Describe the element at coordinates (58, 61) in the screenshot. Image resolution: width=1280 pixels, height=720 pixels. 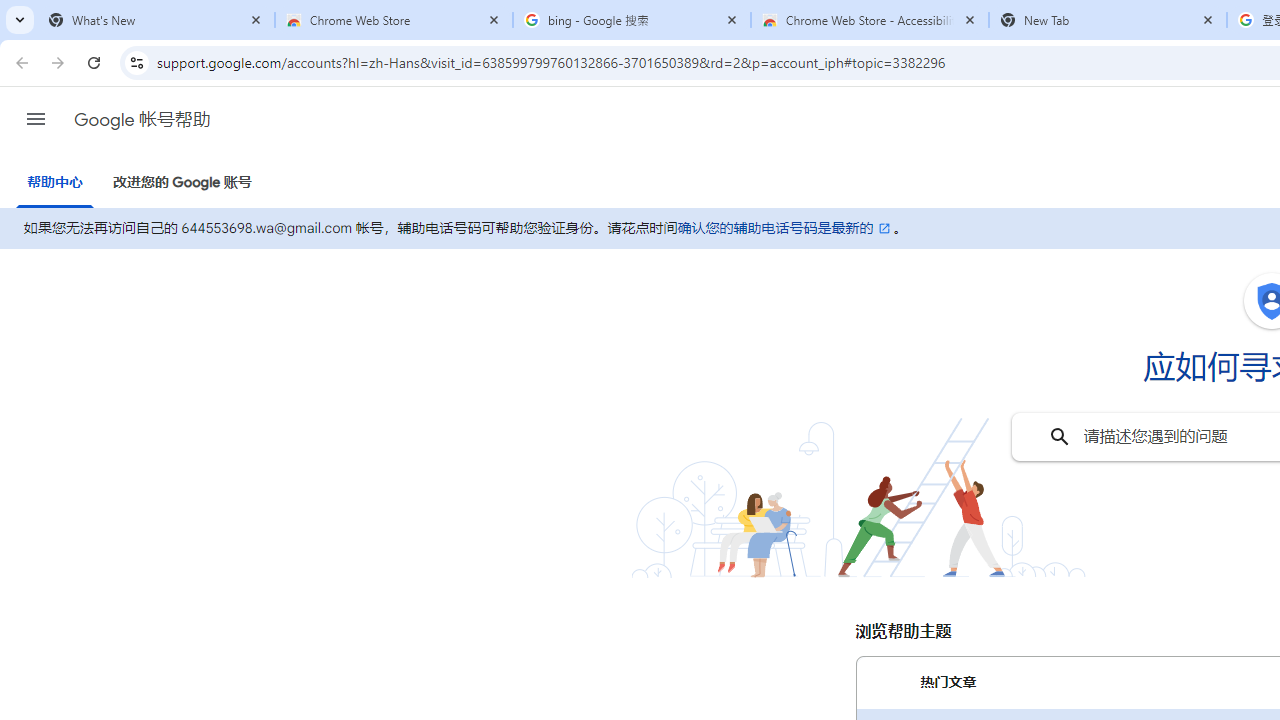
I see `'Forward'` at that location.